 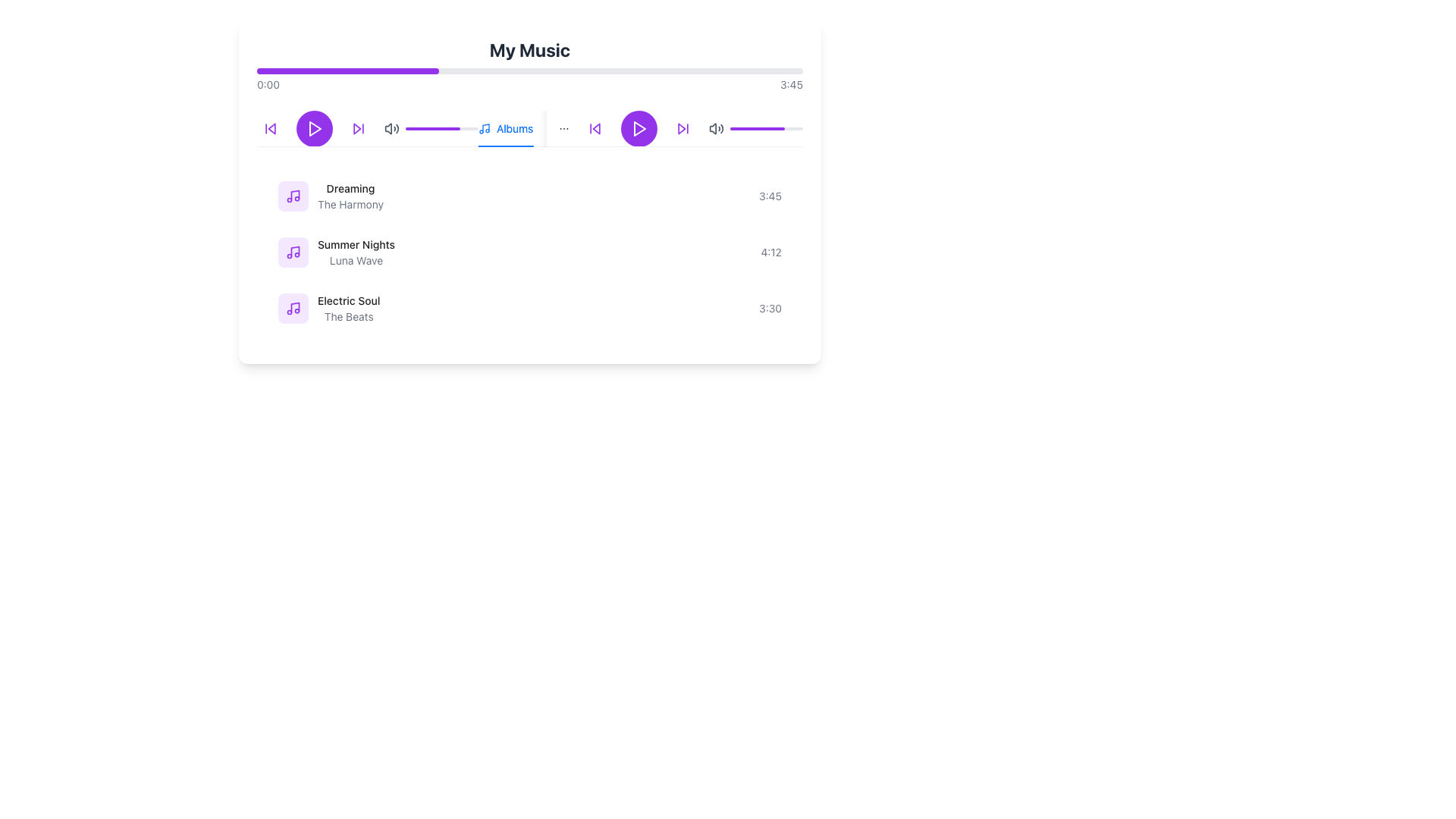 What do you see at coordinates (350, 188) in the screenshot?
I see `the title label of a music item located in the 'Albums' tab, positioned above the text 'The Harmony' and aligned to the left side next to a music note icon` at bounding box center [350, 188].